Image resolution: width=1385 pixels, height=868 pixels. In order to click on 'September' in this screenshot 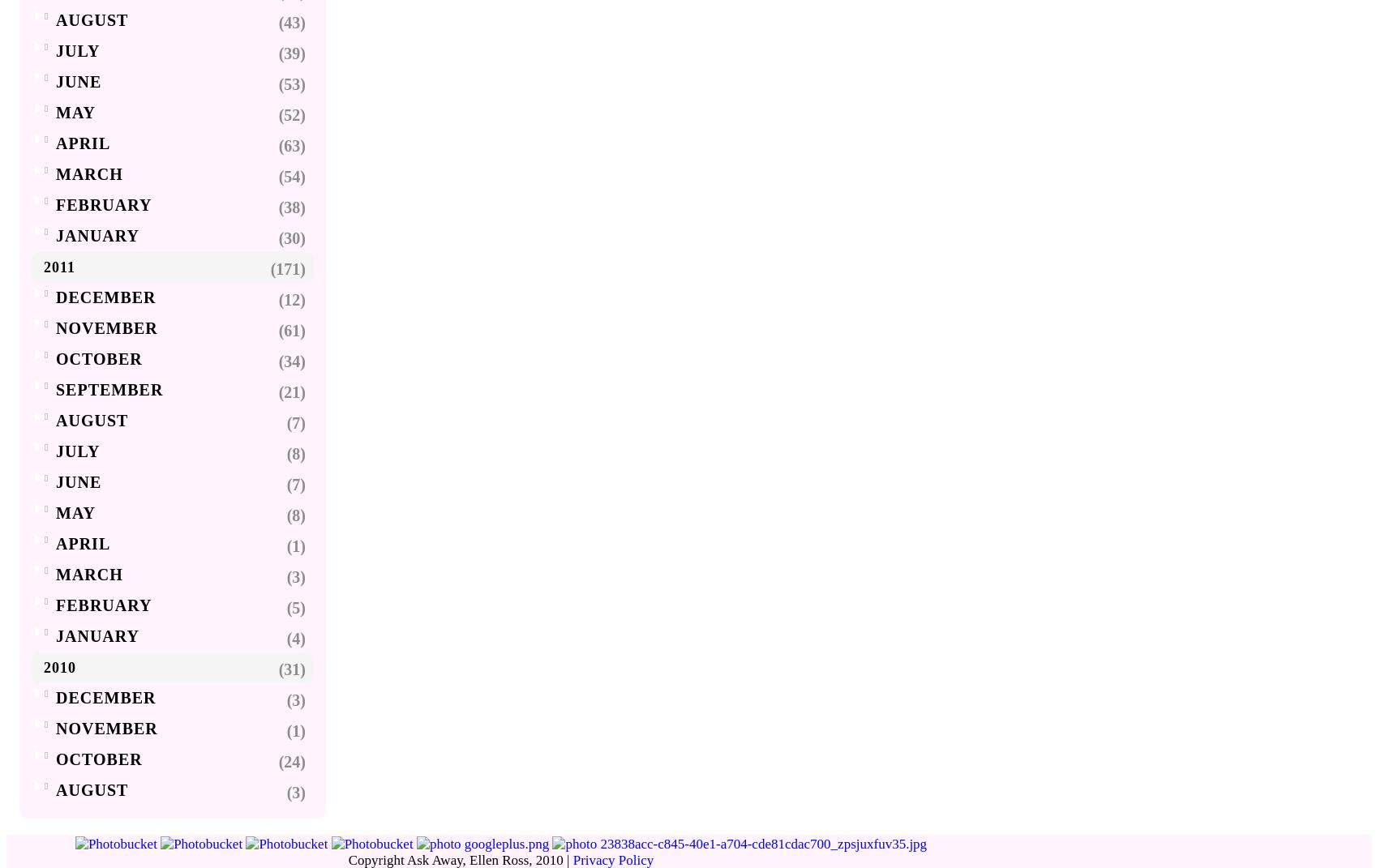, I will do `click(109, 388)`.